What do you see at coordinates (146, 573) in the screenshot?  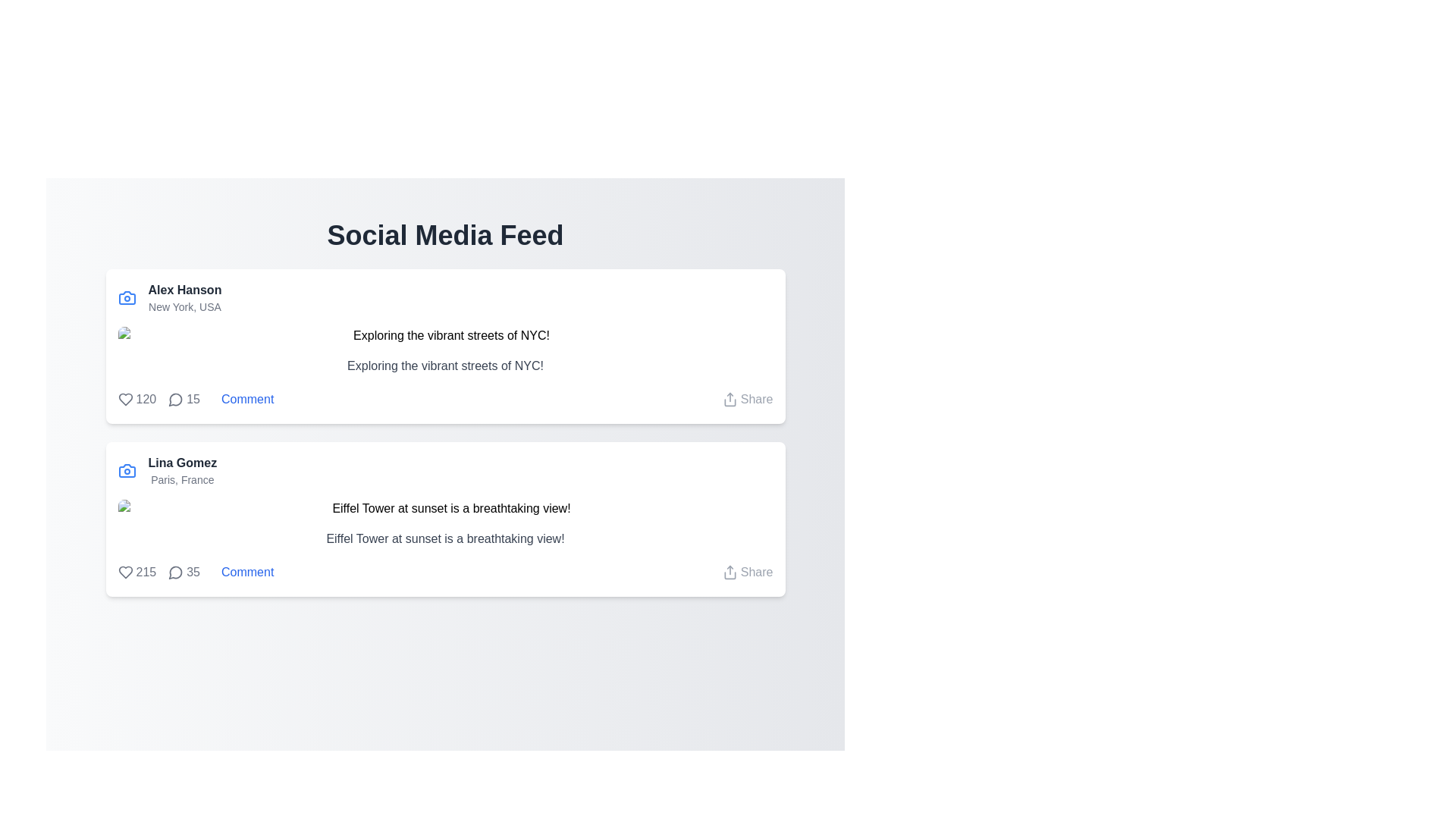 I see `the likes count text label located under 'Lina Gomez' in the second post component, positioned between a heart icon and a comment icon` at bounding box center [146, 573].